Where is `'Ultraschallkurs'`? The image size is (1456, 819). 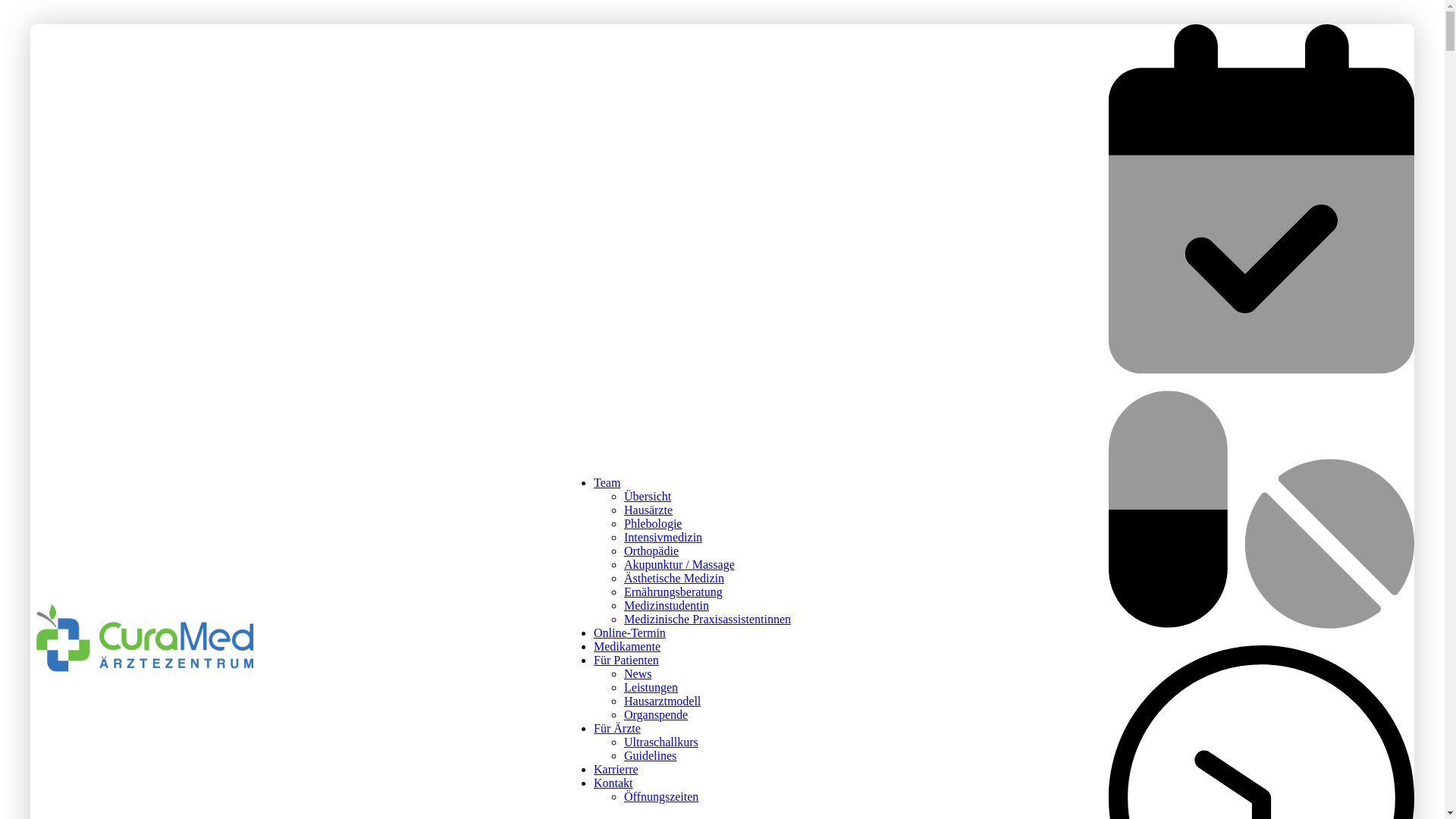 'Ultraschallkurs' is located at coordinates (661, 741).